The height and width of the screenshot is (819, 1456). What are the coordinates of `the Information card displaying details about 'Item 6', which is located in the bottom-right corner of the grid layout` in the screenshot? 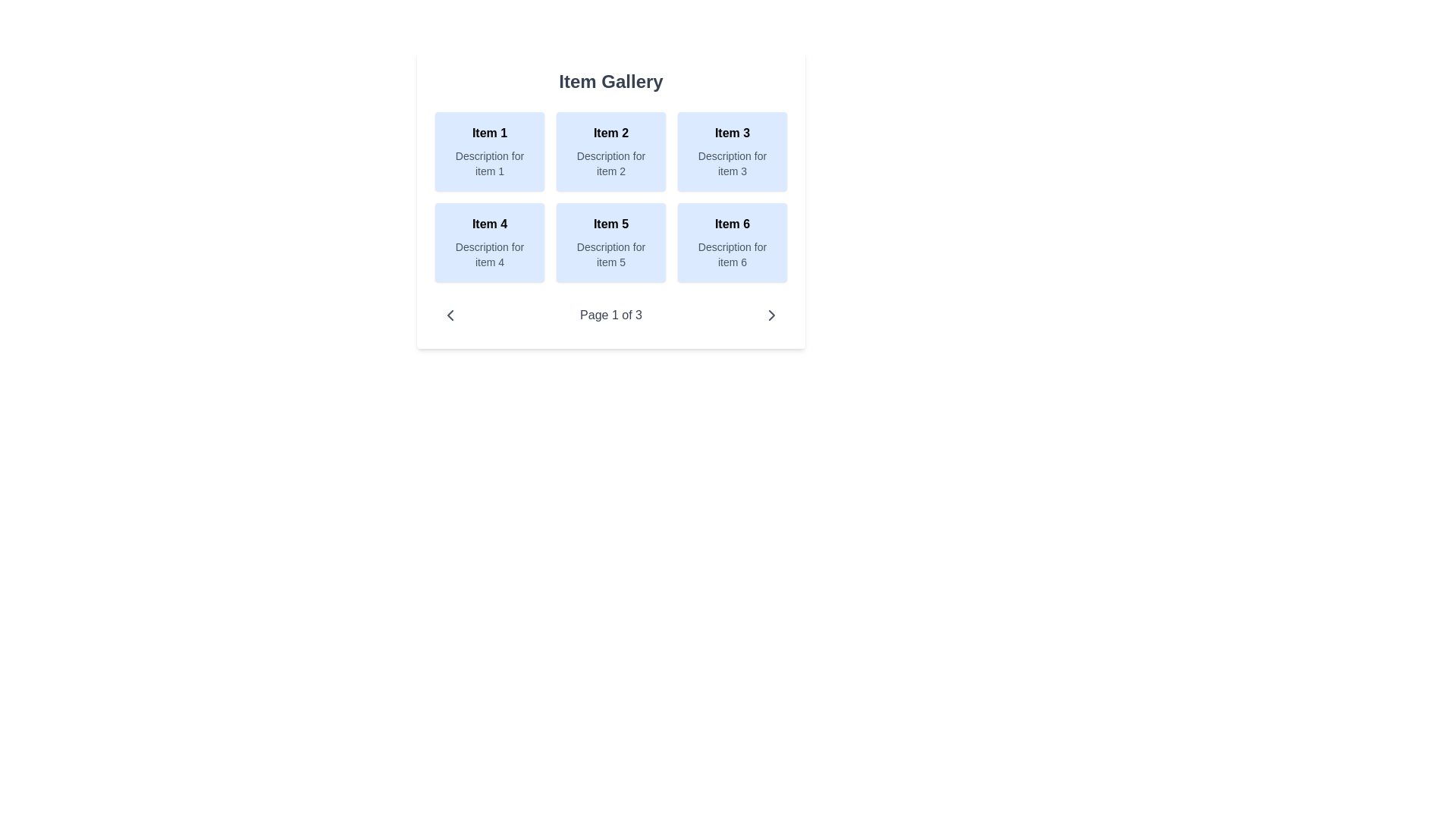 It's located at (732, 242).